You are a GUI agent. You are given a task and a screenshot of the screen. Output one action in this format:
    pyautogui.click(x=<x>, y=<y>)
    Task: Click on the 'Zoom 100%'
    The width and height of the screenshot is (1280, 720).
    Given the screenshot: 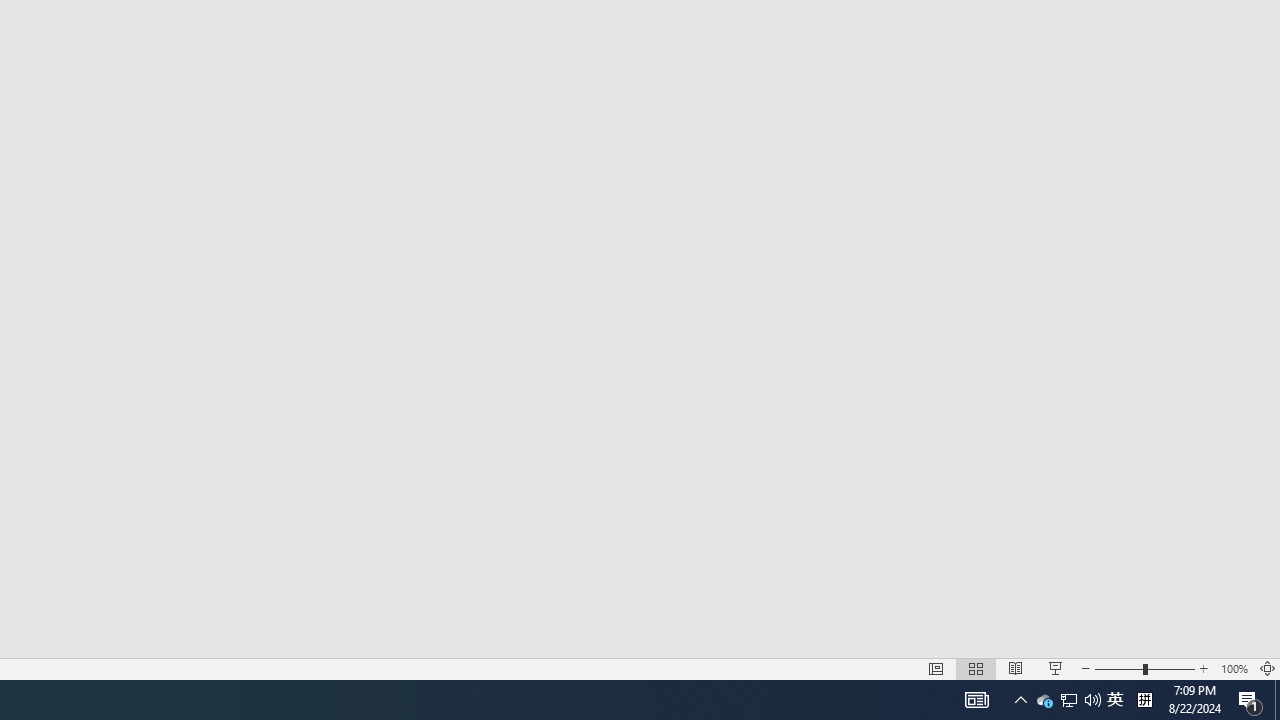 What is the action you would take?
    pyautogui.click(x=1233, y=669)
    